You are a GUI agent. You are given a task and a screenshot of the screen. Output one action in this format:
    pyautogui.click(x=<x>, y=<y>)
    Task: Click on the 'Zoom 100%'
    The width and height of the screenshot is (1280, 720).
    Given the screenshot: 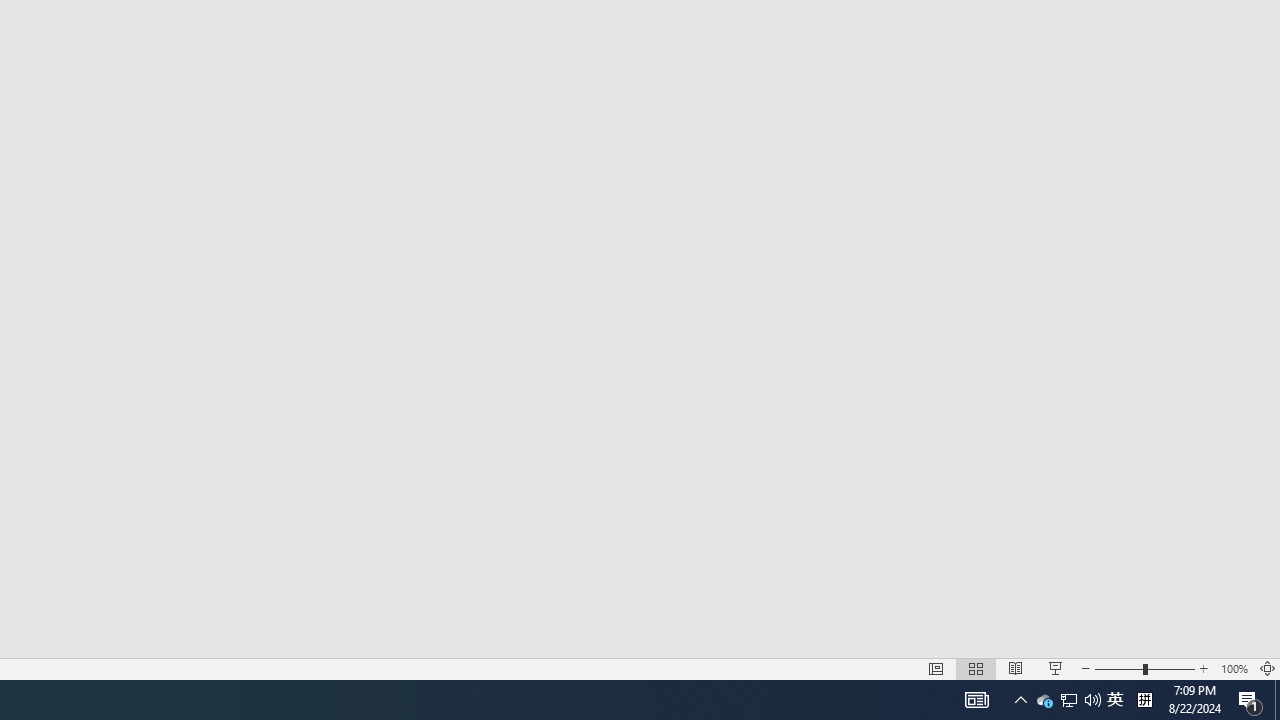 What is the action you would take?
    pyautogui.click(x=1233, y=669)
    